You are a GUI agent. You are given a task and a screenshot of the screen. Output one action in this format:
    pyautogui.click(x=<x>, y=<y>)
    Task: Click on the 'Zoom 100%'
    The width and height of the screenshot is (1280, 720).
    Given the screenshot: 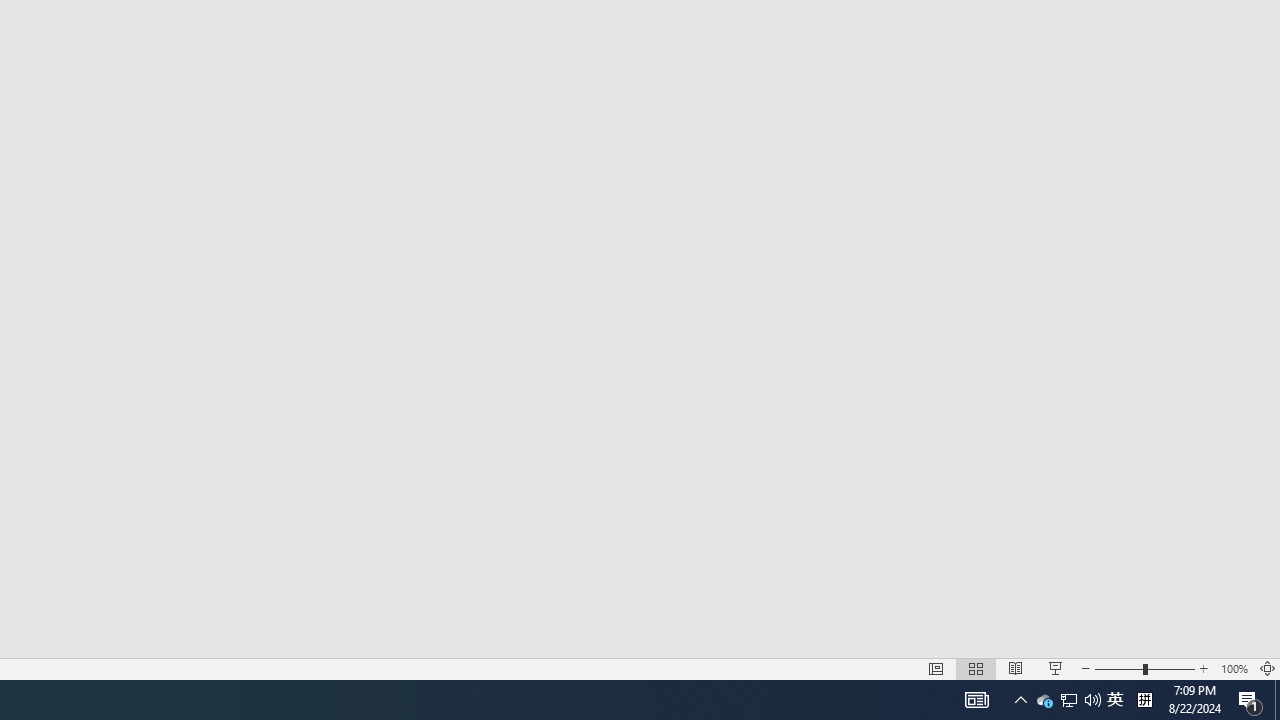 What is the action you would take?
    pyautogui.click(x=1233, y=669)
    